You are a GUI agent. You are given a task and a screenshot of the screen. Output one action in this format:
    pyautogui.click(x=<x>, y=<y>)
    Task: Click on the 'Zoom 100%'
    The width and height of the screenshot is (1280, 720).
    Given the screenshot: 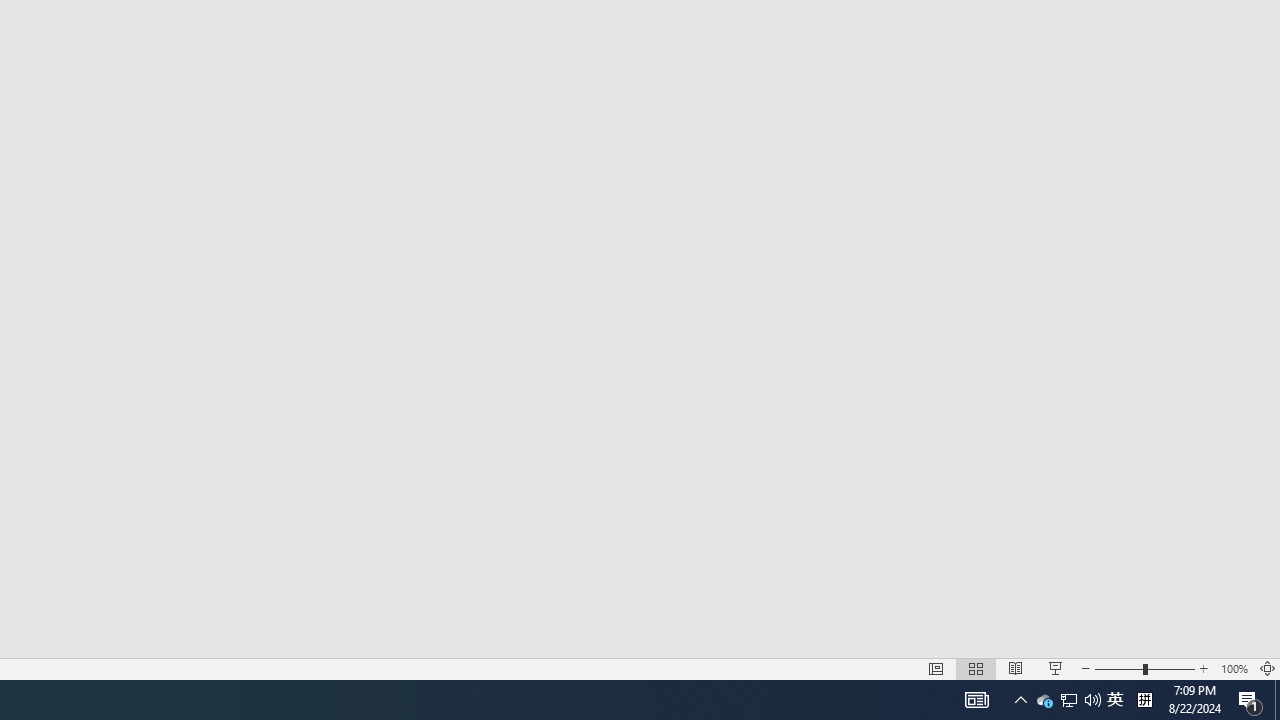 What is the action you would take?
    pyautogui.click(x=1233, y=669)
    